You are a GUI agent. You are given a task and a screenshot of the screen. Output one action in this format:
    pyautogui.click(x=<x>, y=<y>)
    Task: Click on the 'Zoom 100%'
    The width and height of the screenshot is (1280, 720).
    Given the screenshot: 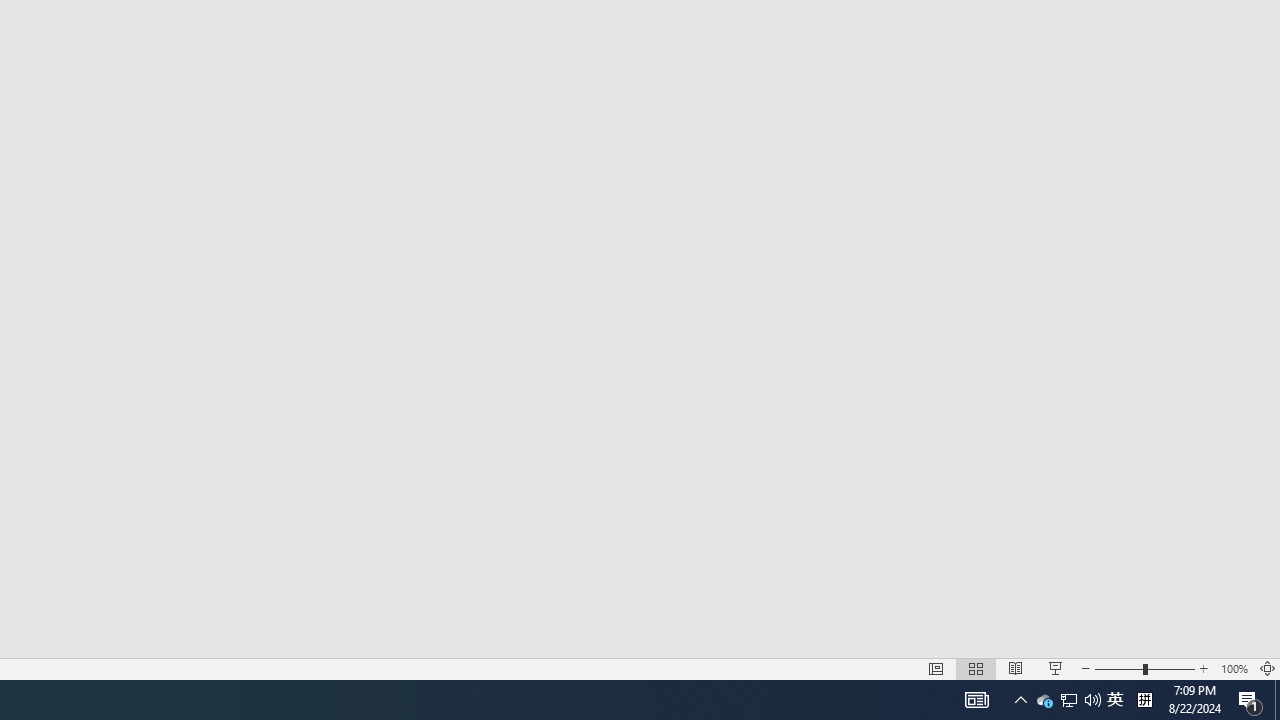 What is the action you would take?
    pyautogui.click(x=1233, y=669)
    